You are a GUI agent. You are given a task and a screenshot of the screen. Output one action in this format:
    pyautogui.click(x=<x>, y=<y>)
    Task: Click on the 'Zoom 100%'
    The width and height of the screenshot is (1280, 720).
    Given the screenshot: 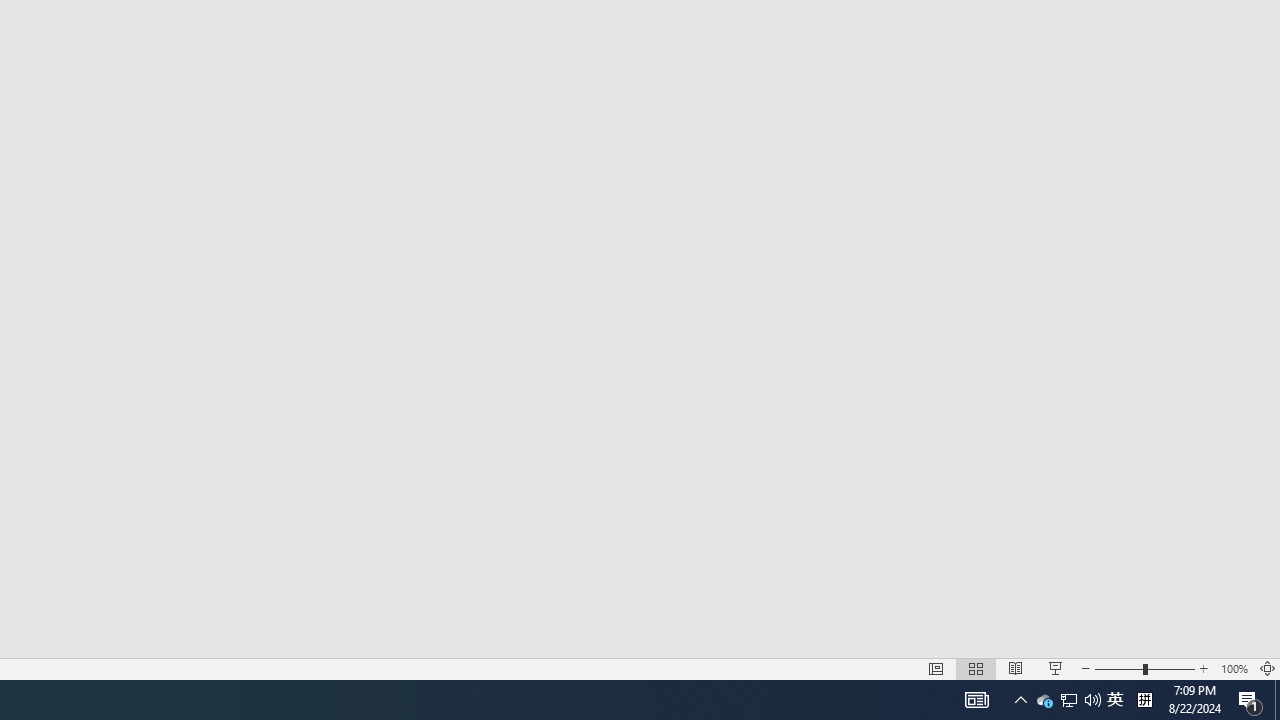 What is the action you would take?
    pyautogui.click(x=1233, y=669)
    